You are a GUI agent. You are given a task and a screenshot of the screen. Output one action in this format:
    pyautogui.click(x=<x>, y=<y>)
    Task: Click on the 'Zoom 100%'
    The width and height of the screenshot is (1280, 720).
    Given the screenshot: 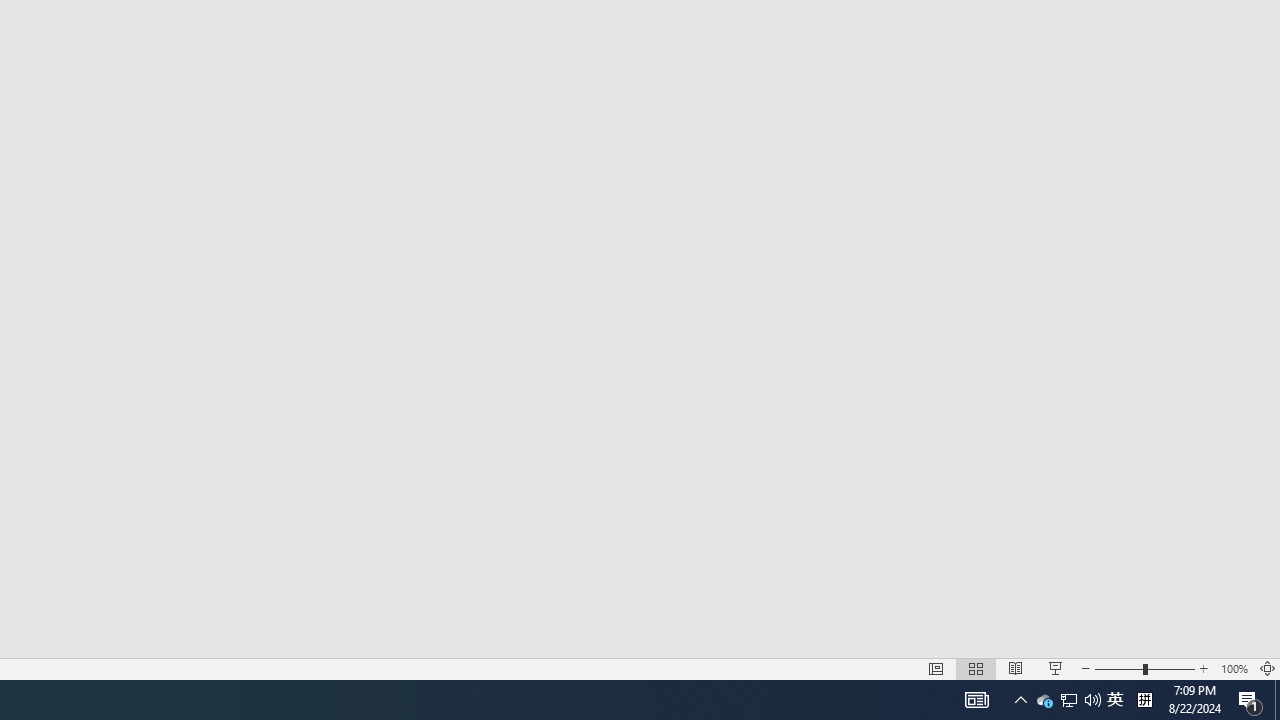 What is the action you would take?
    pyautogui.click(x=1233, y=669)
    